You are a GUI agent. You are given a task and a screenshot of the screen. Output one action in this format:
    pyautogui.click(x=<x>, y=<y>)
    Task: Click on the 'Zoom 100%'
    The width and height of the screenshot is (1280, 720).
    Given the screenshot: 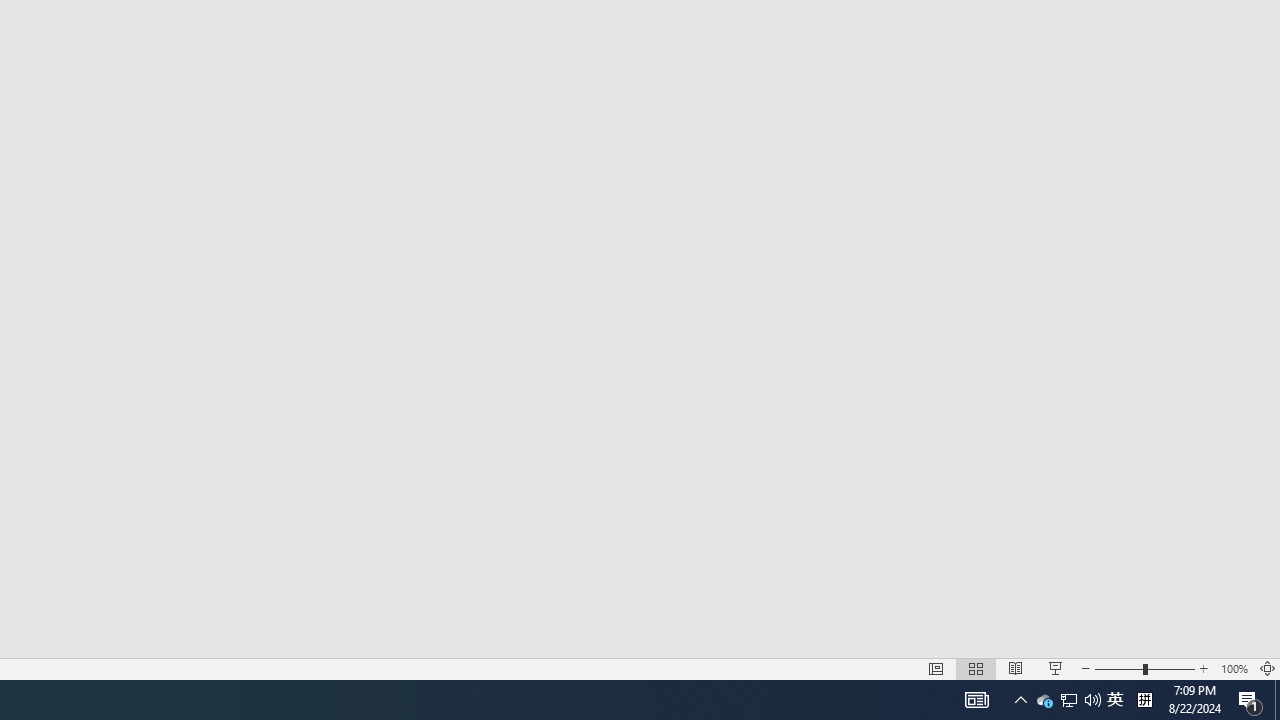 What is the action you would take?
    pyautogui.click(x=1233, y=669)
    